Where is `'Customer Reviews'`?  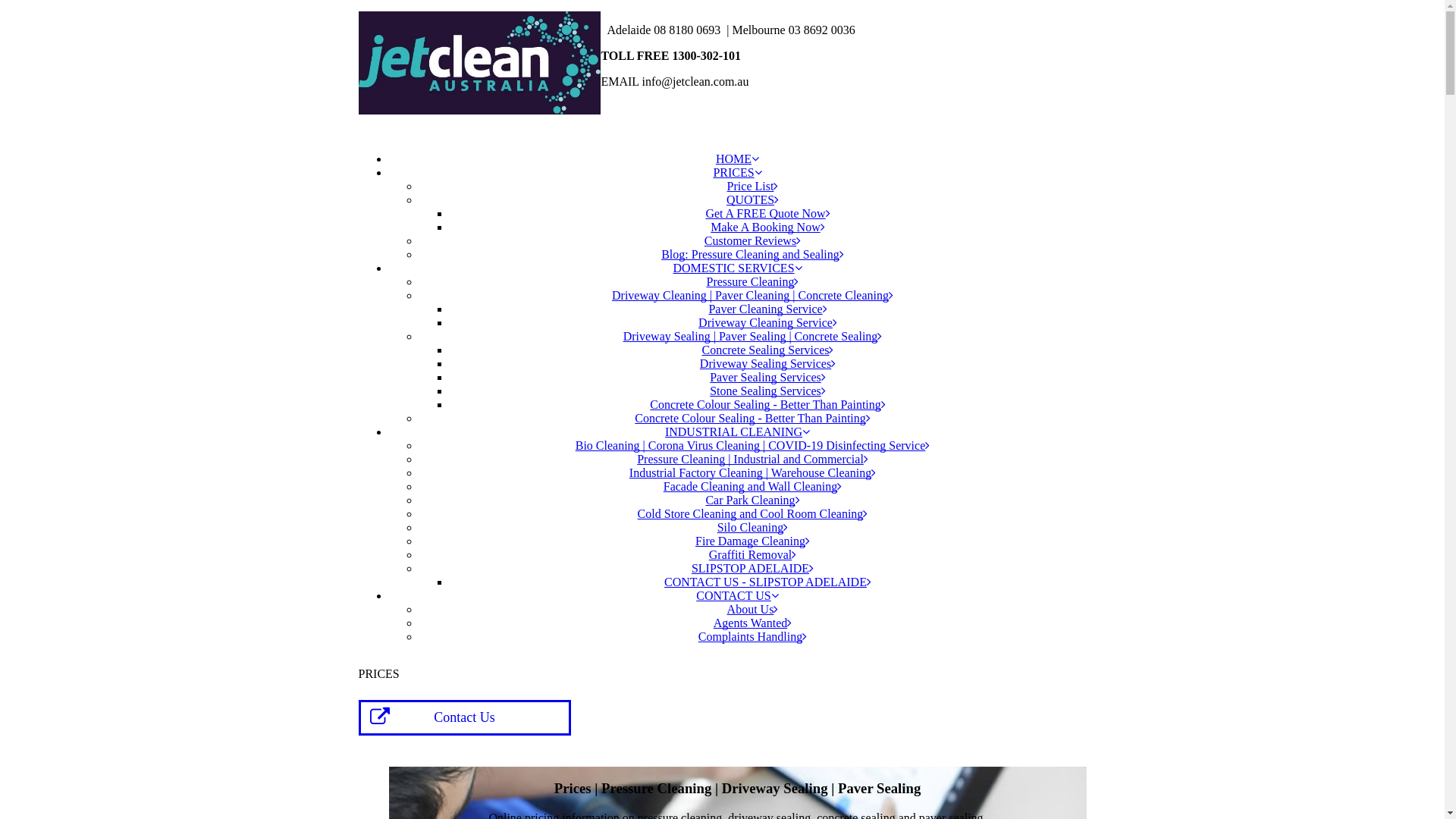 'Customer Reviews' is located at coordinates (752, 240).